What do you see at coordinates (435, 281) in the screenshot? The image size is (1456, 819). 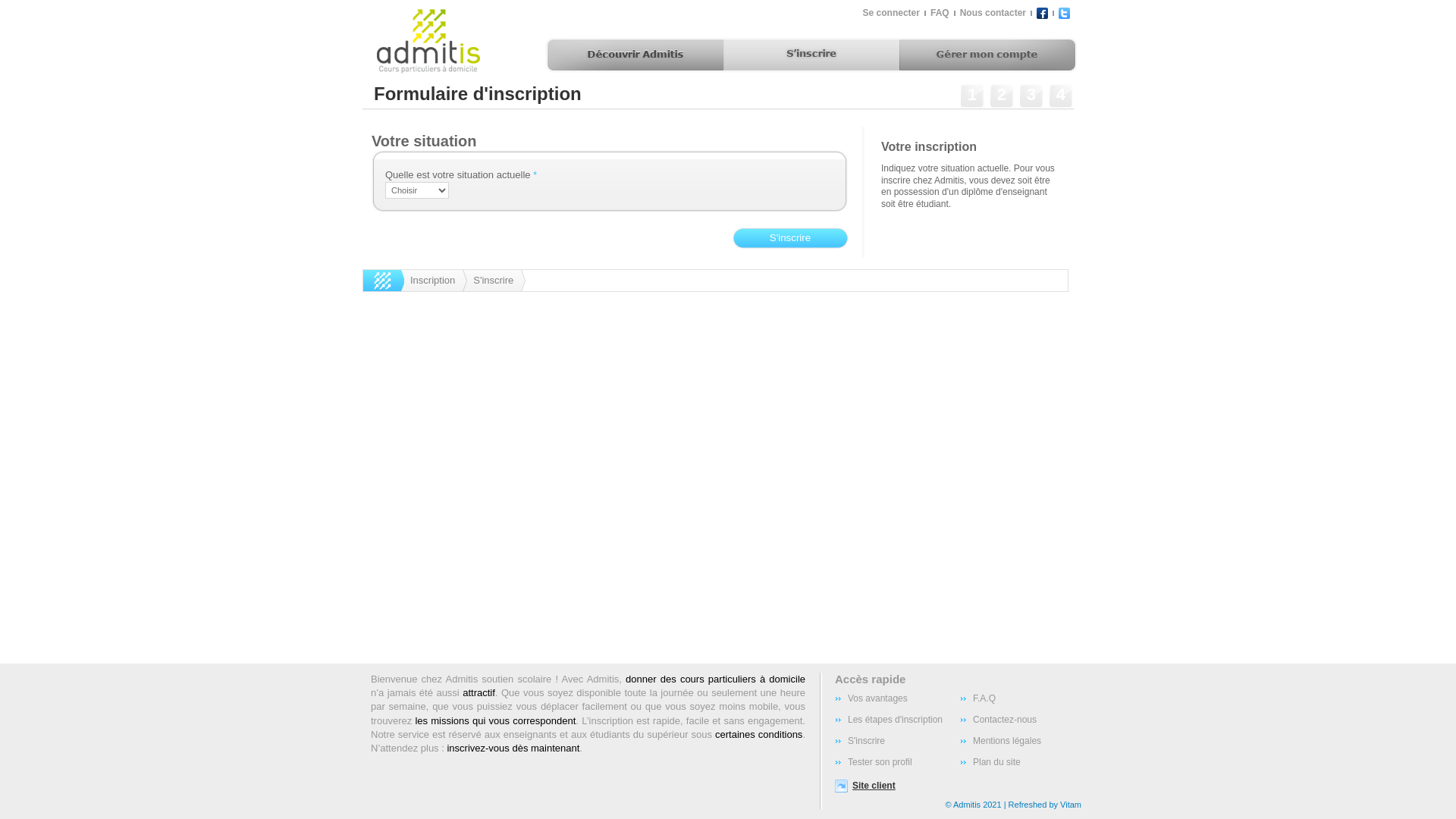 I see `'Inscription'` at bounding box center [435, 281].